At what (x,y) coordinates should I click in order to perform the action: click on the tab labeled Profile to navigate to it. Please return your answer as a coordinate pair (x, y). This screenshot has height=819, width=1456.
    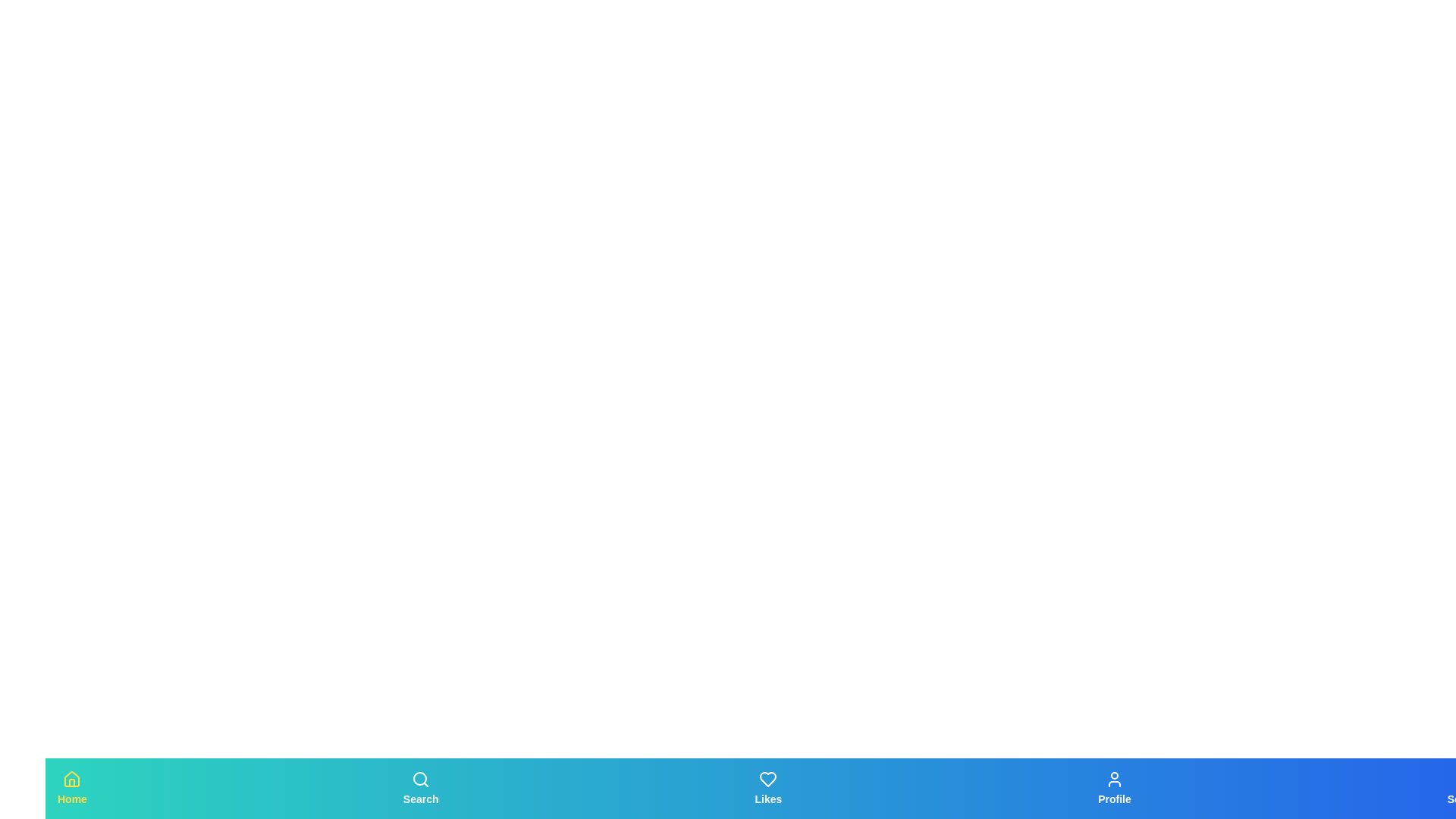
    Looking at the image, I should click on (1114, 788).